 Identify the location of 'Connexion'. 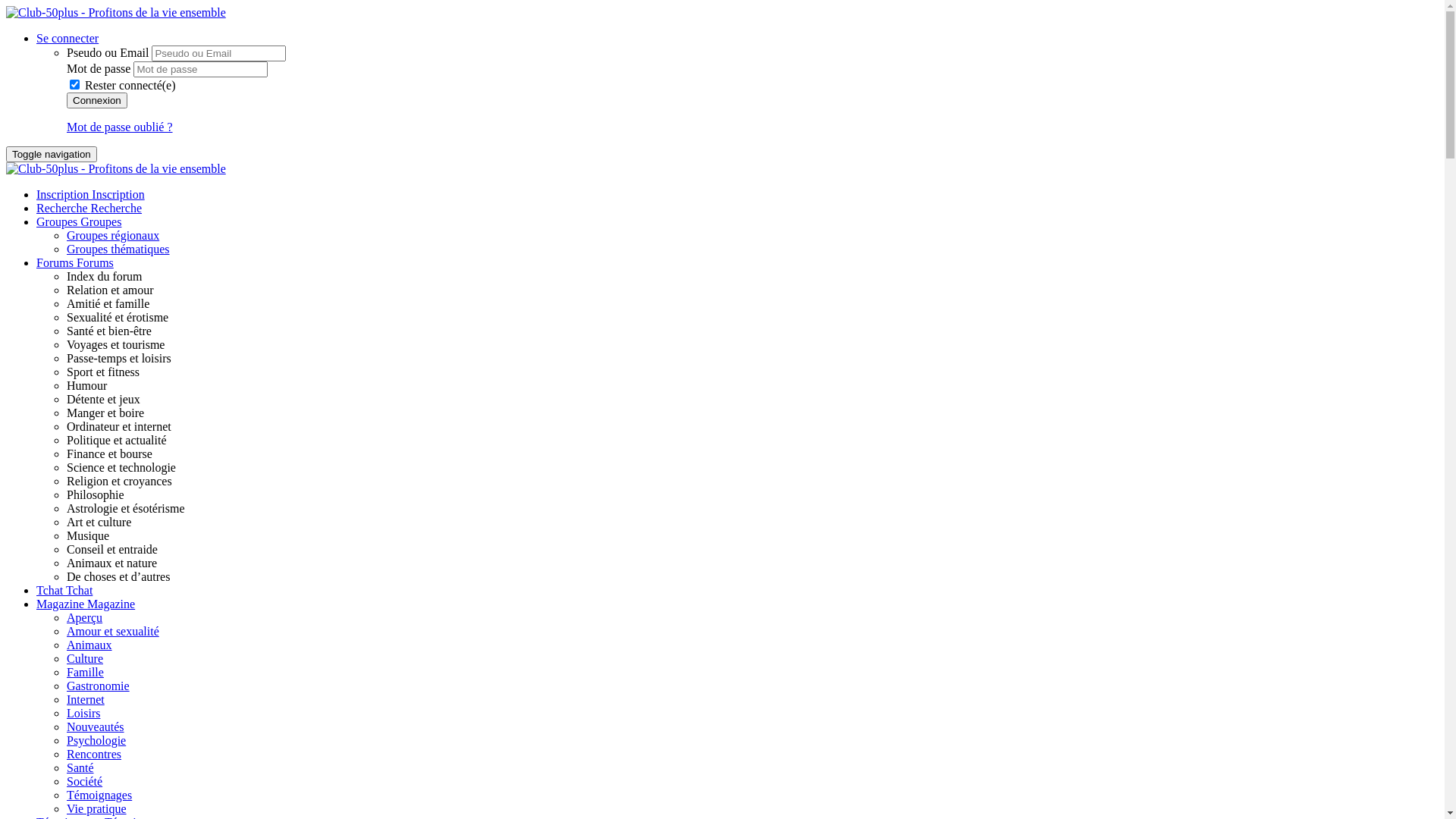
(96, 100).